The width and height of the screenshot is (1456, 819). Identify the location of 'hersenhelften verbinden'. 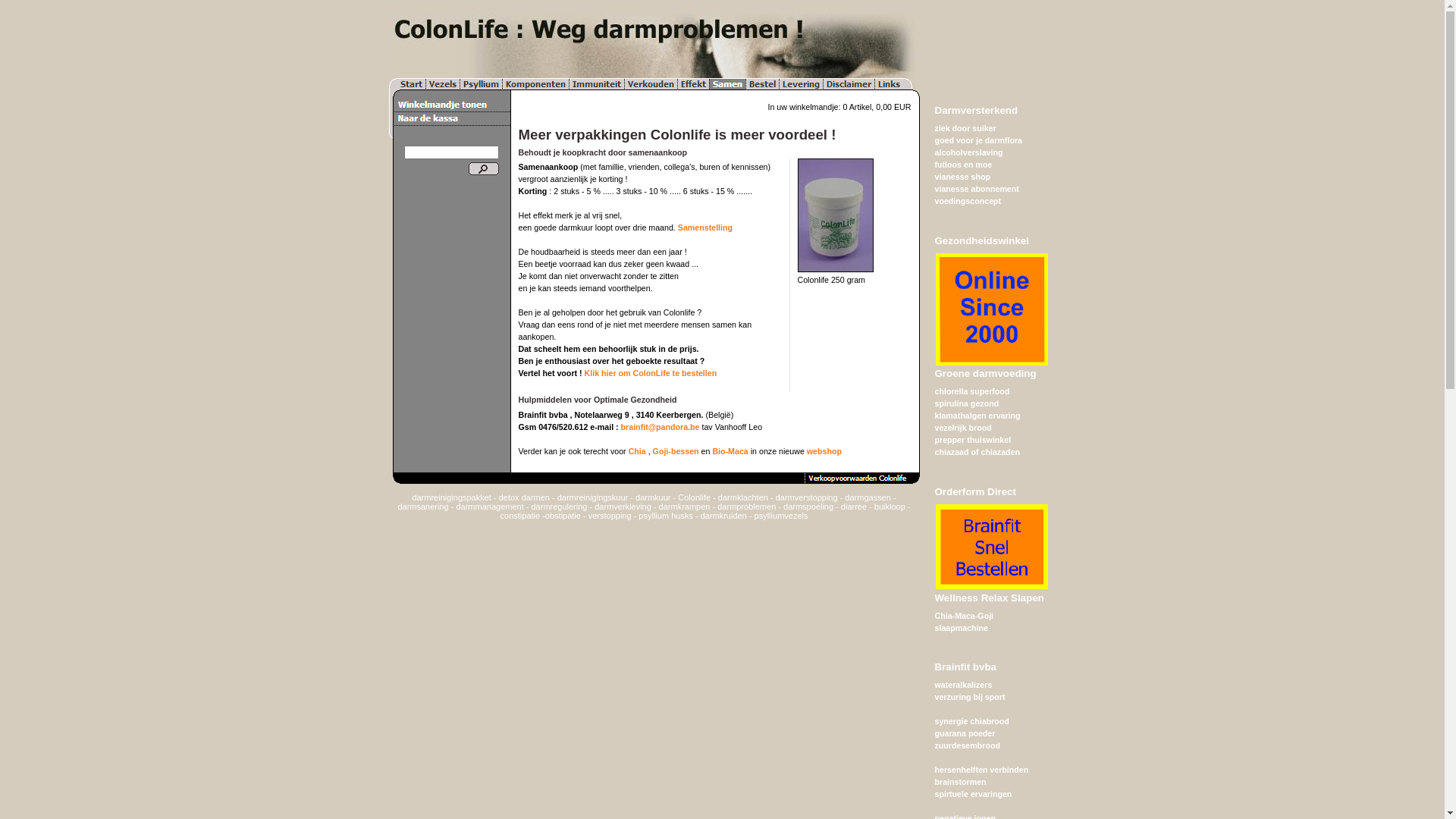
(981, 769).